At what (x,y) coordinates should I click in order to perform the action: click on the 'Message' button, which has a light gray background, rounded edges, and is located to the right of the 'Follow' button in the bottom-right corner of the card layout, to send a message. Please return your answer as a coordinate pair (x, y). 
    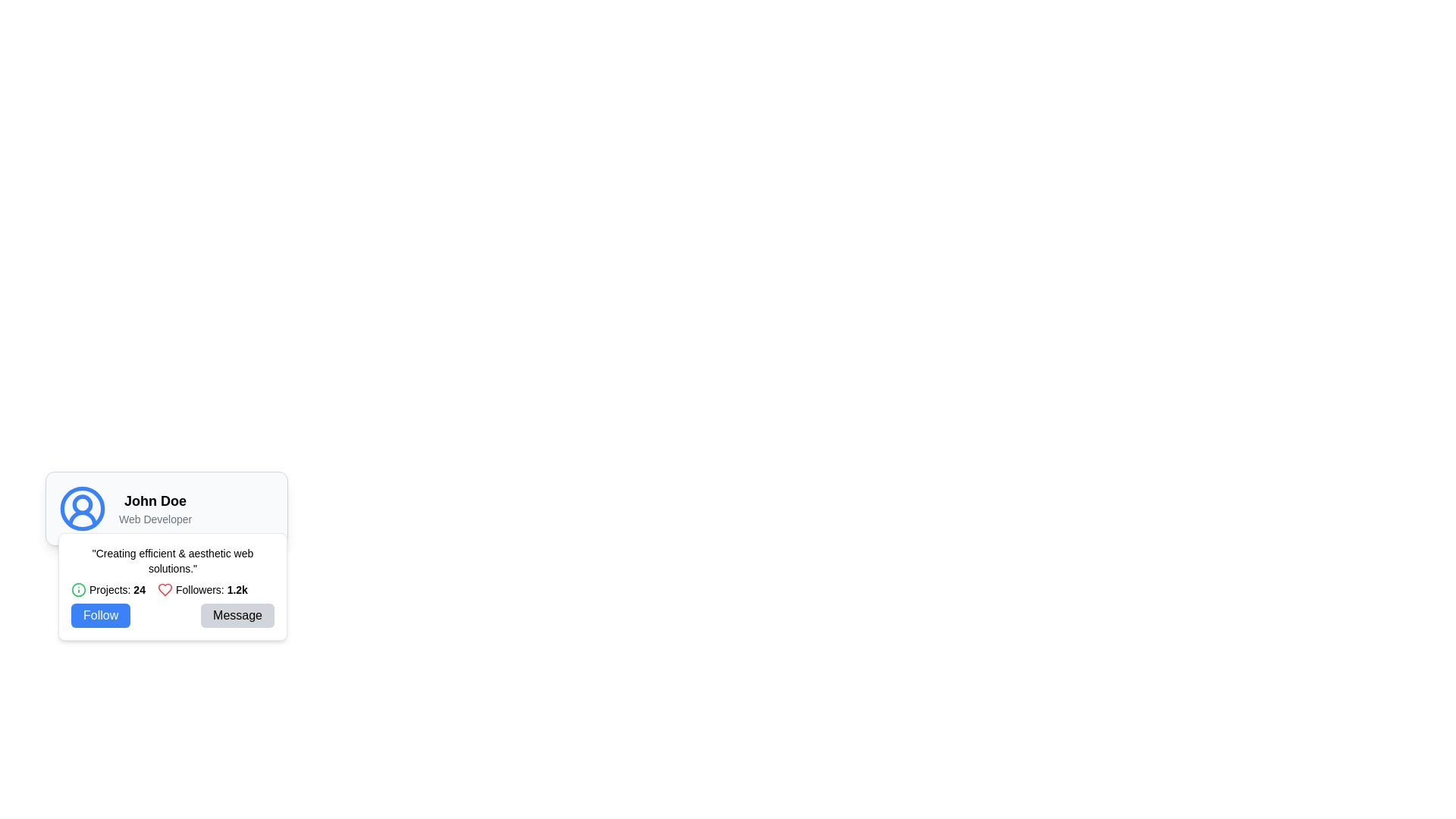
    Looking at the image, I should click on (237, 616).